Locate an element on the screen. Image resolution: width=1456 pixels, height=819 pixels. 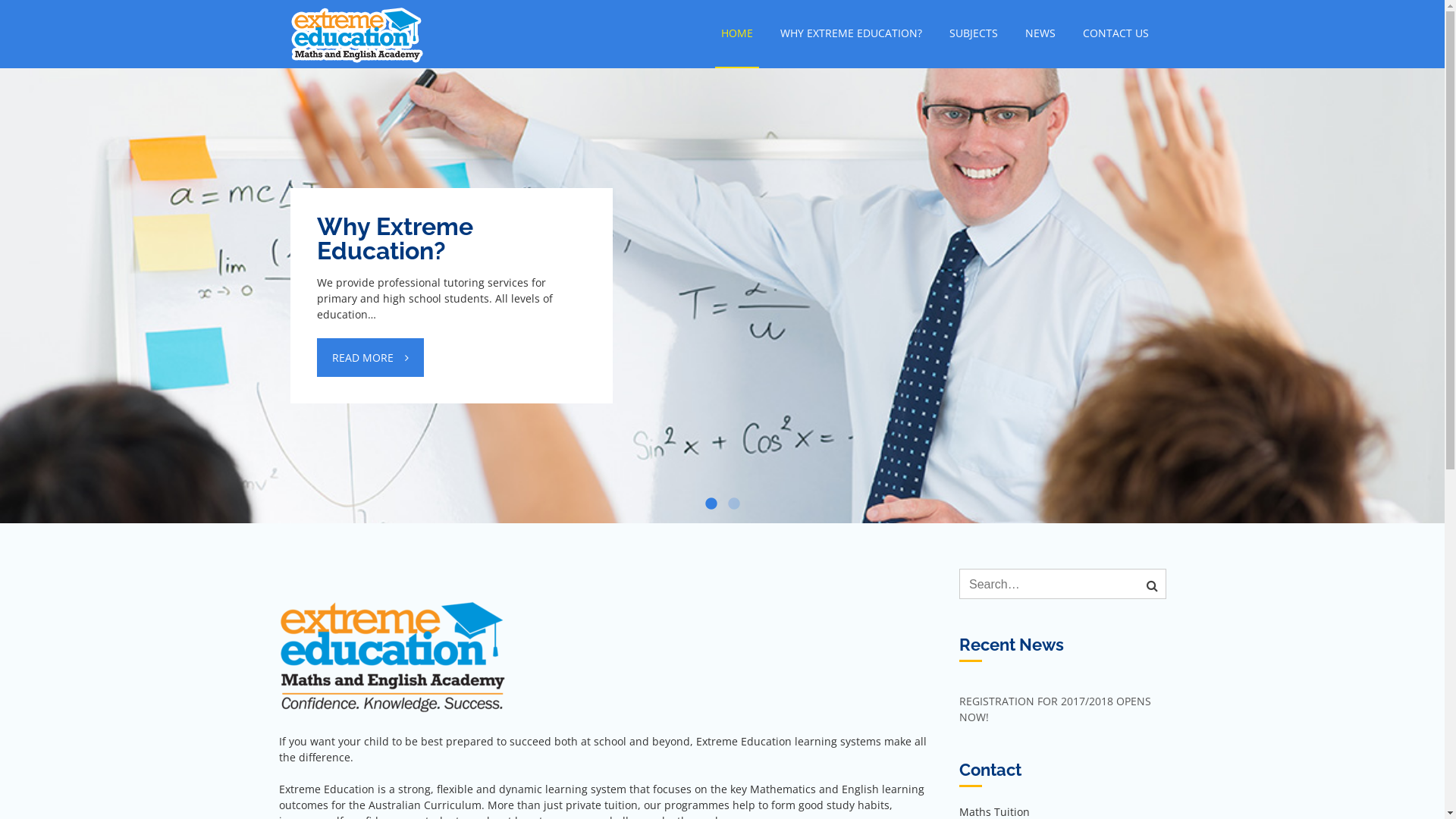
'WHY EXTREME EDUCATION?' is located at coordinates (850, 33).